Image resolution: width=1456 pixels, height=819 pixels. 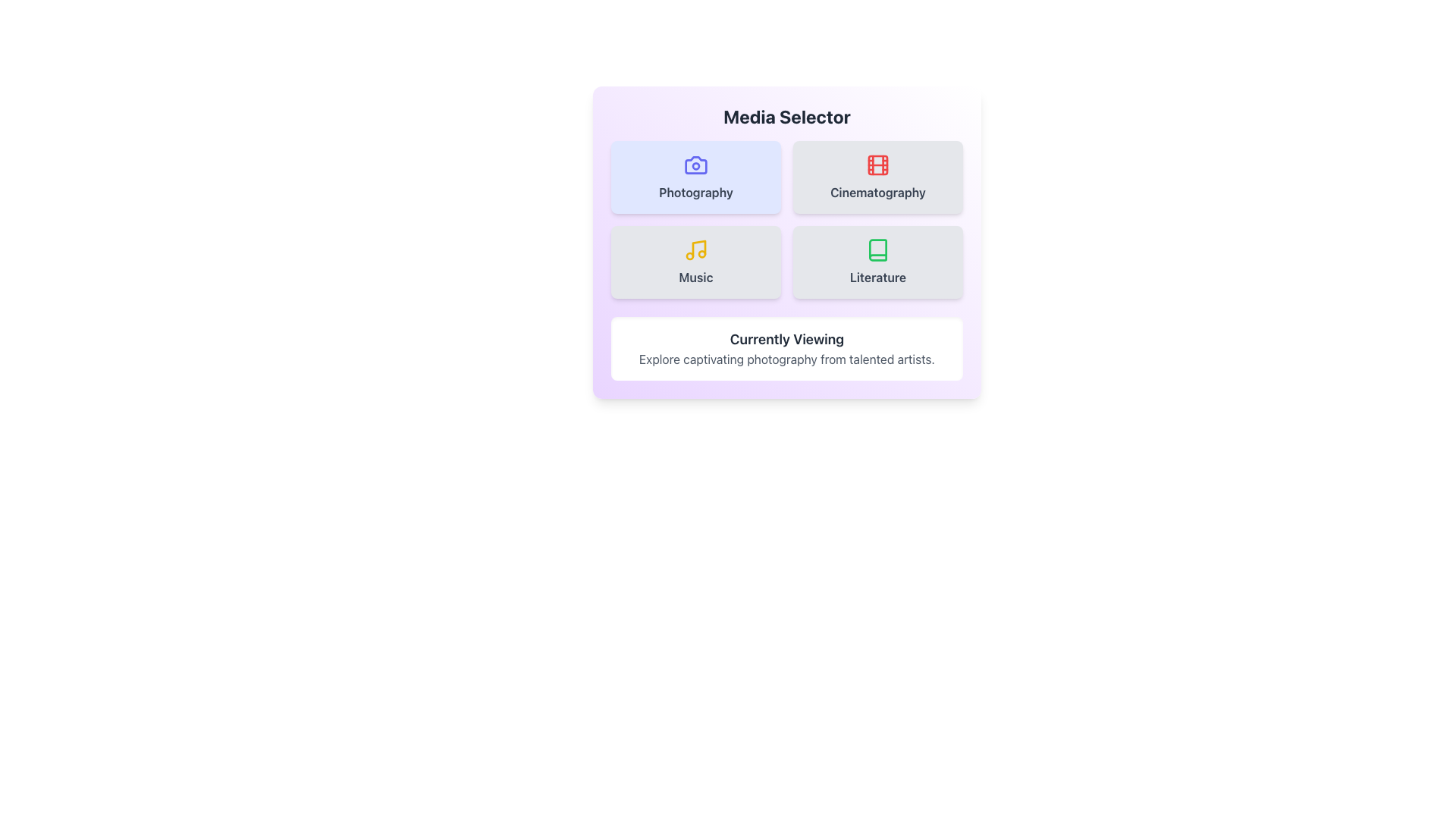 I want to click on camera icon outlined in bold indigo color within the 'Photography' card of the Media Selector component for detailed information, so click(x=695, y=165).